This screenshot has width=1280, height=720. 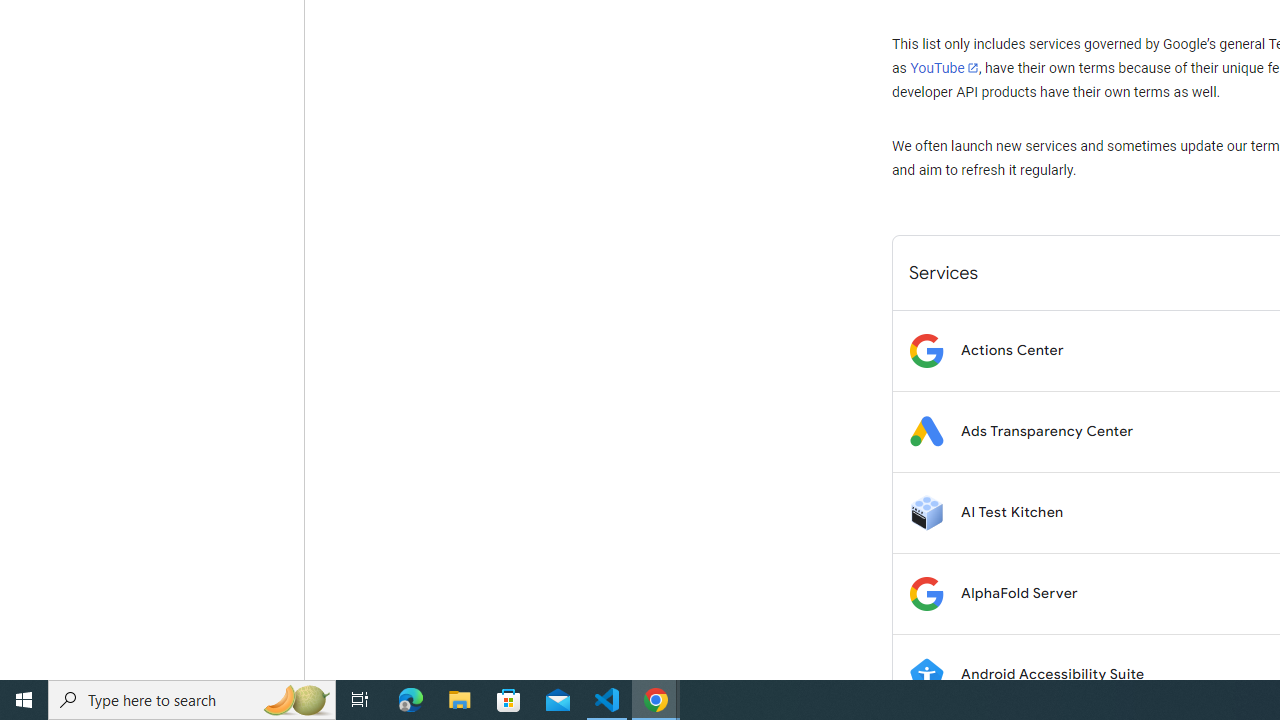 I want to click on 'Logo for Android Accessibility Suite', so click(x=925, y=674).